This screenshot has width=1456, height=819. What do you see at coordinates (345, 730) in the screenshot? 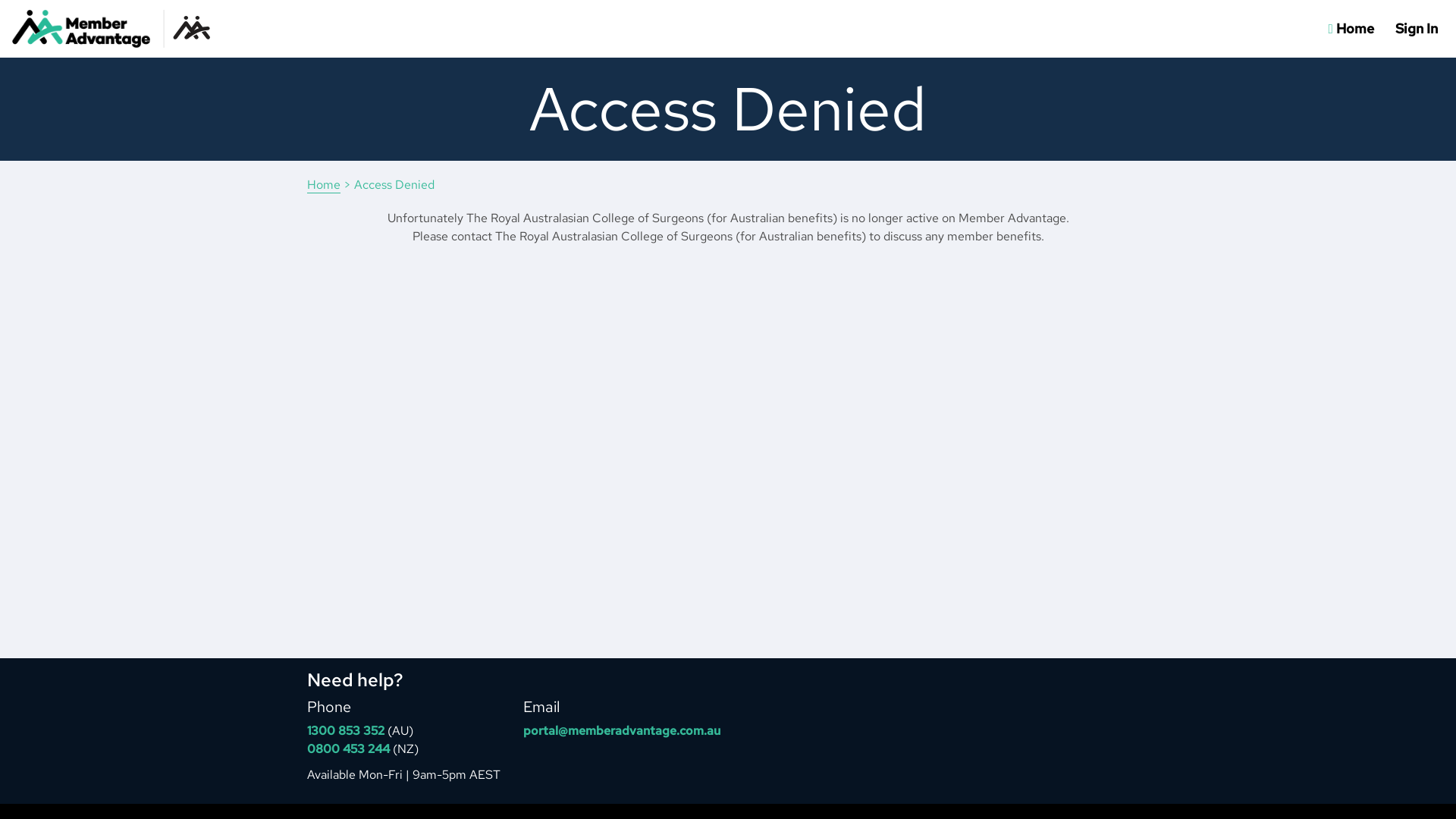
I see `'1300 853 352'` at bounding box center [345, 730].